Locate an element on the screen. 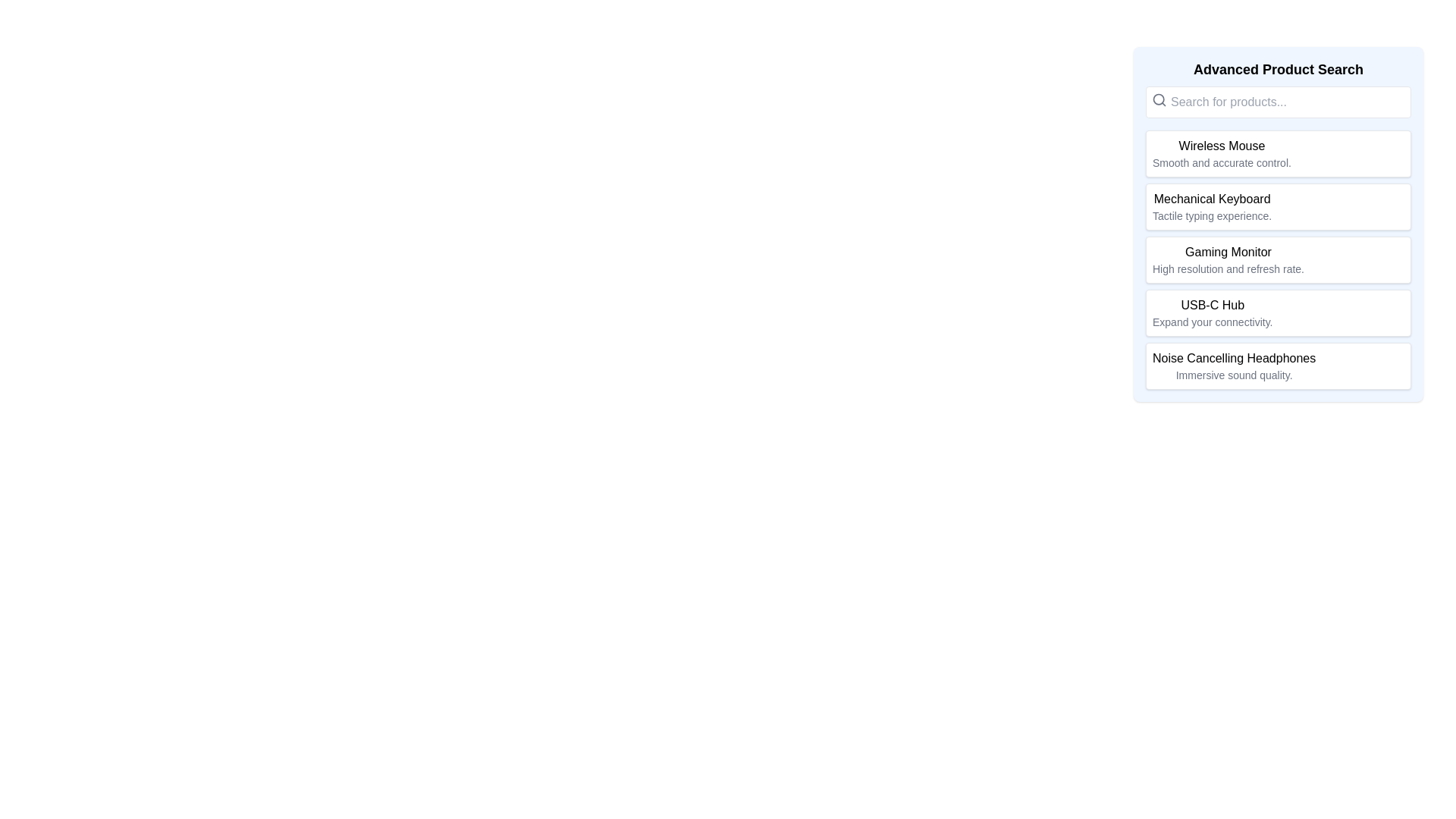 The width and height of the screenshot is (1456, 819). the text element displaying 'Wireless Mouse' located in the sidebar labeled 'Advanced Product Search', positioned above the descriptive text 'Smooth and accurate control.' is located at coordinates (1222, 146).